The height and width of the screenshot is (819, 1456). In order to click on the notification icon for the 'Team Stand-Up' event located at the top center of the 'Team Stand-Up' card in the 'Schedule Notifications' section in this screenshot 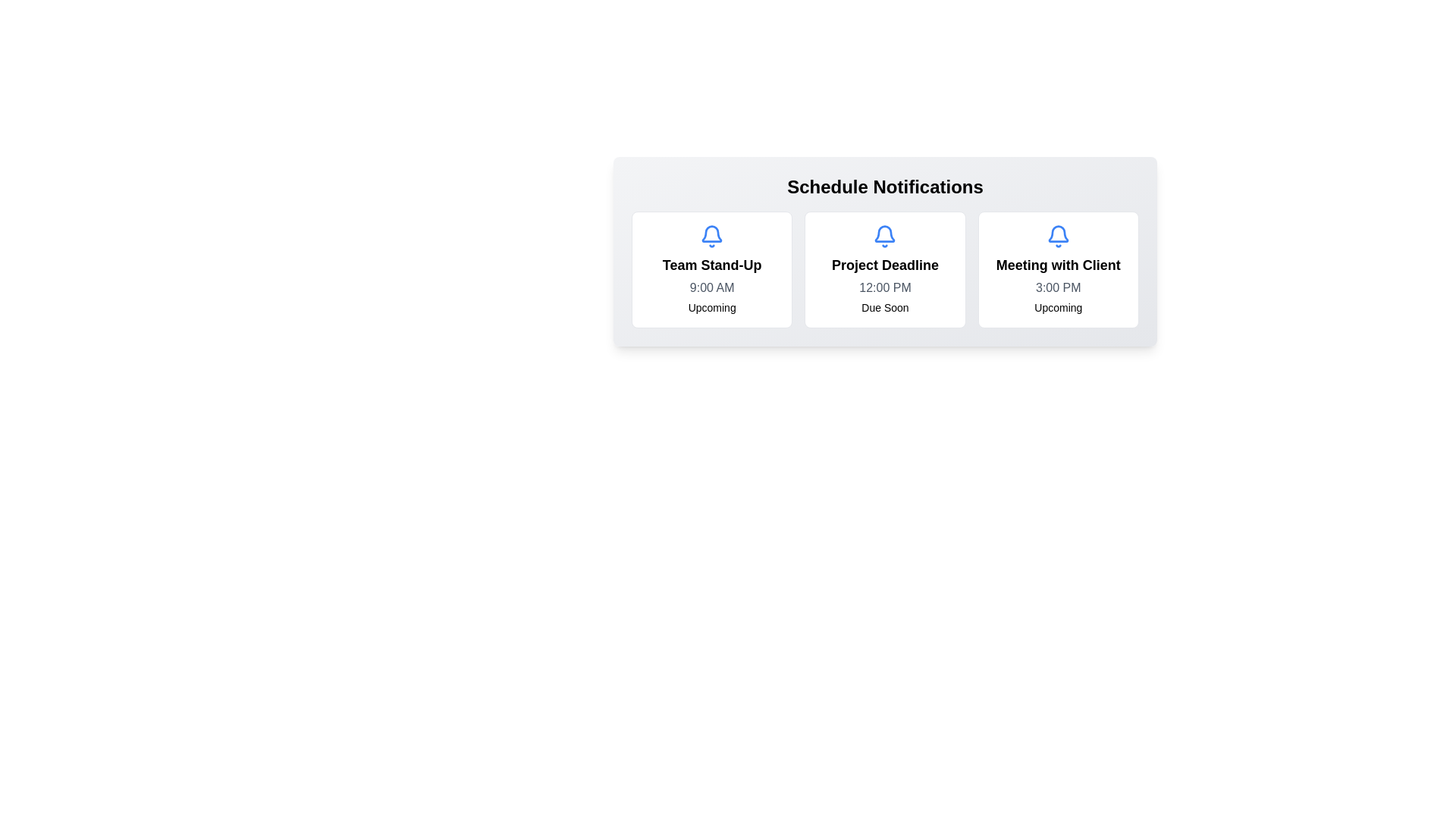, I will do `click(711, 237)`.